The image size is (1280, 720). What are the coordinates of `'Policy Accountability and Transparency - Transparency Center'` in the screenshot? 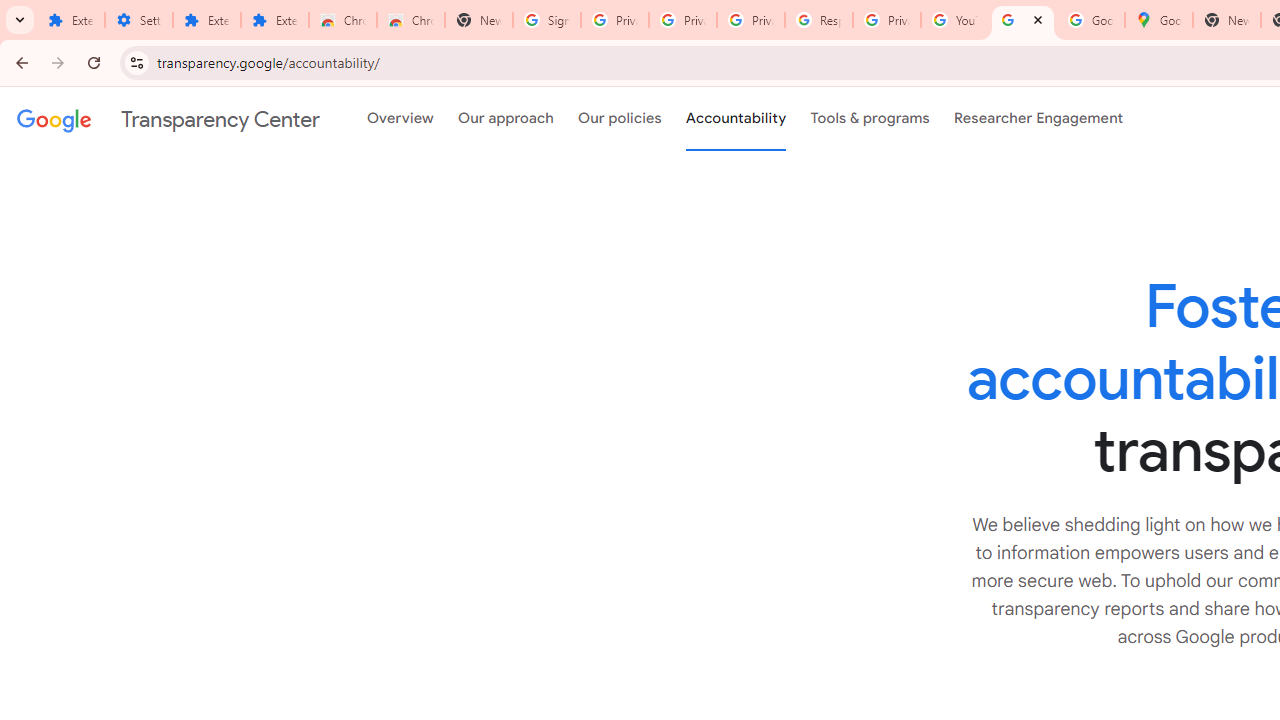 It's located at (1023, 20).